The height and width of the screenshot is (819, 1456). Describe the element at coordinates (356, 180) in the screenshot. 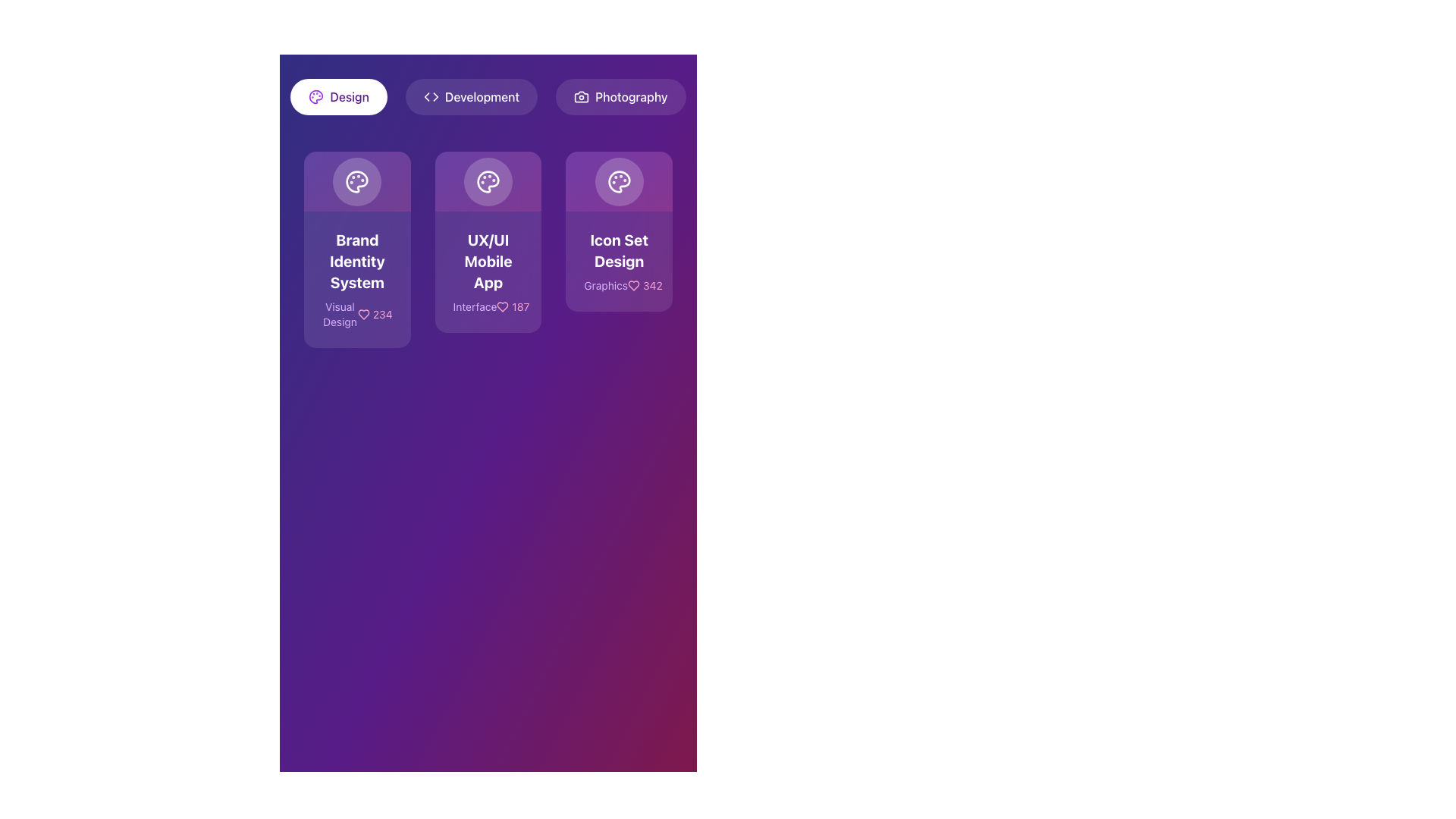

I see `the circular icon containing a palette graphic with small dots, located at the top-center of the 'Brand Identity System' card` at that location.